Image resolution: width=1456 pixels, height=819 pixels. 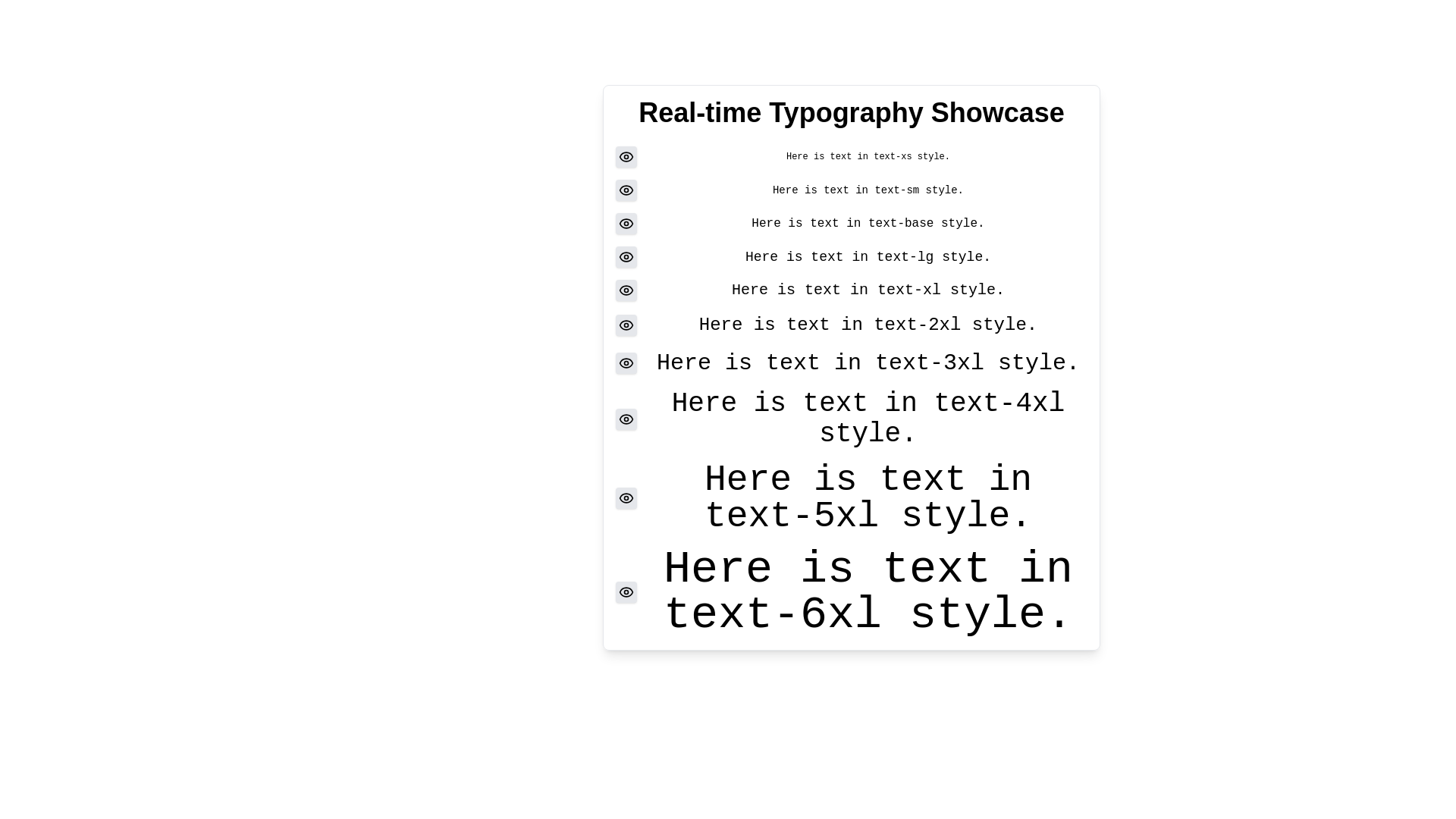 What do you see at coordinates (626, 591) in the screenshot?
I see `the eye icon located on the far left of the text 'Here is text in text-6xl style.'` at bounding box center [626, 591].